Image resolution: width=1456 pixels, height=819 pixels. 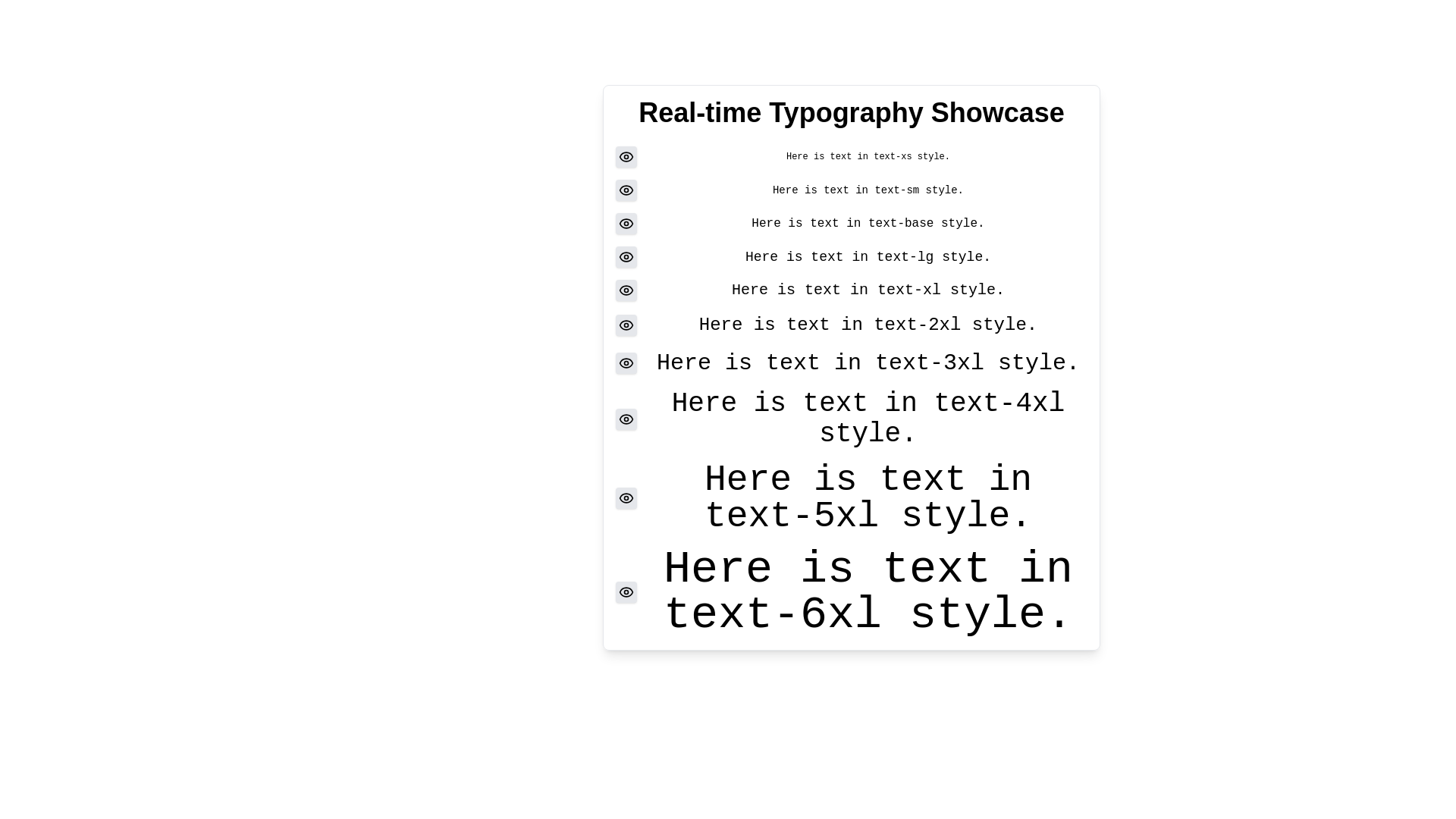 What do you see at coordinates (626, 591) in the screenshot?
I see `the eye icon located on the far left of the text 'Here is text in text-6xl style.'` at bounding box center [626, 591].